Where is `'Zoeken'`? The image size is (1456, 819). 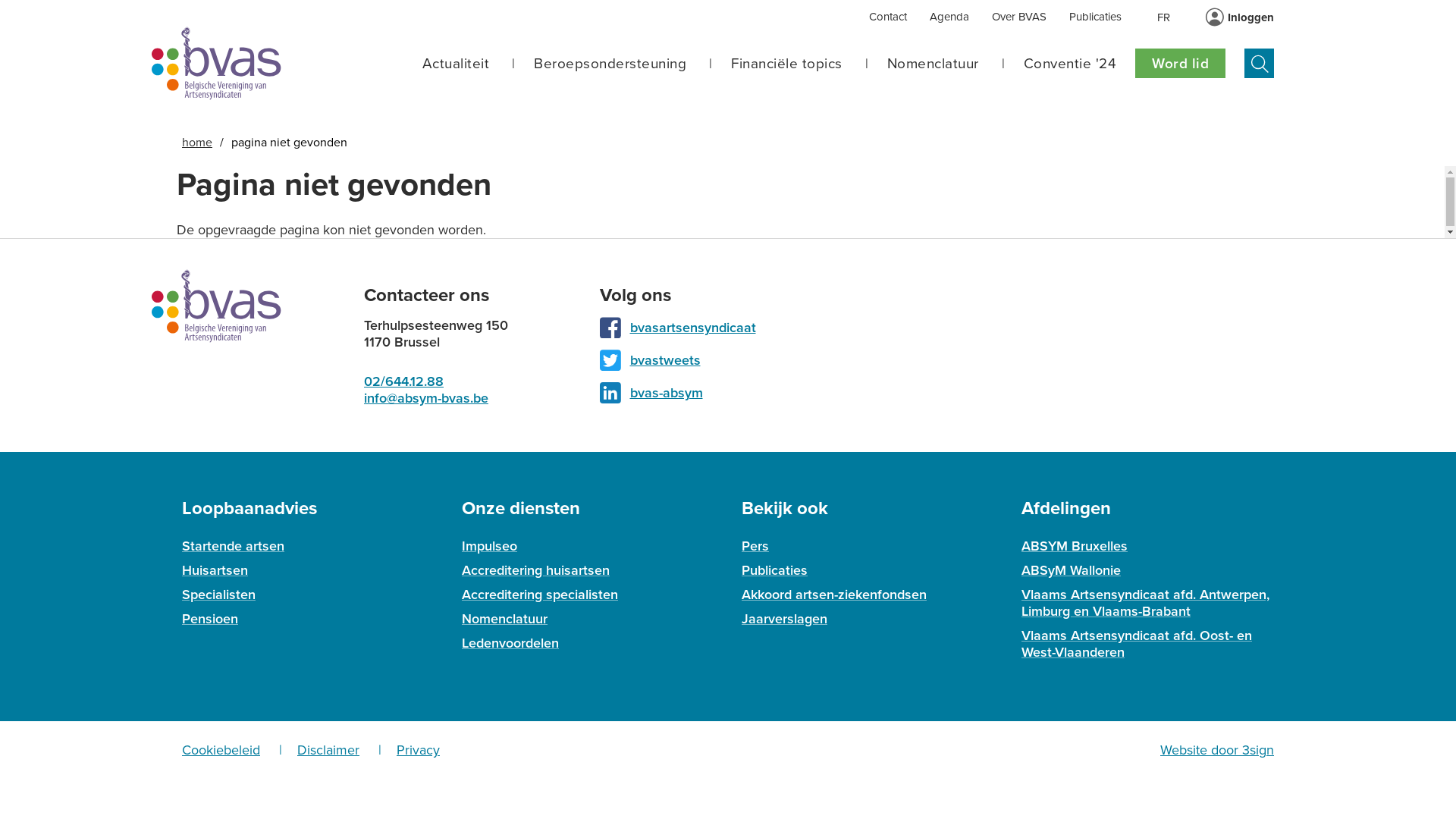 'Zoeken' is located at coordinates (1259, 62).